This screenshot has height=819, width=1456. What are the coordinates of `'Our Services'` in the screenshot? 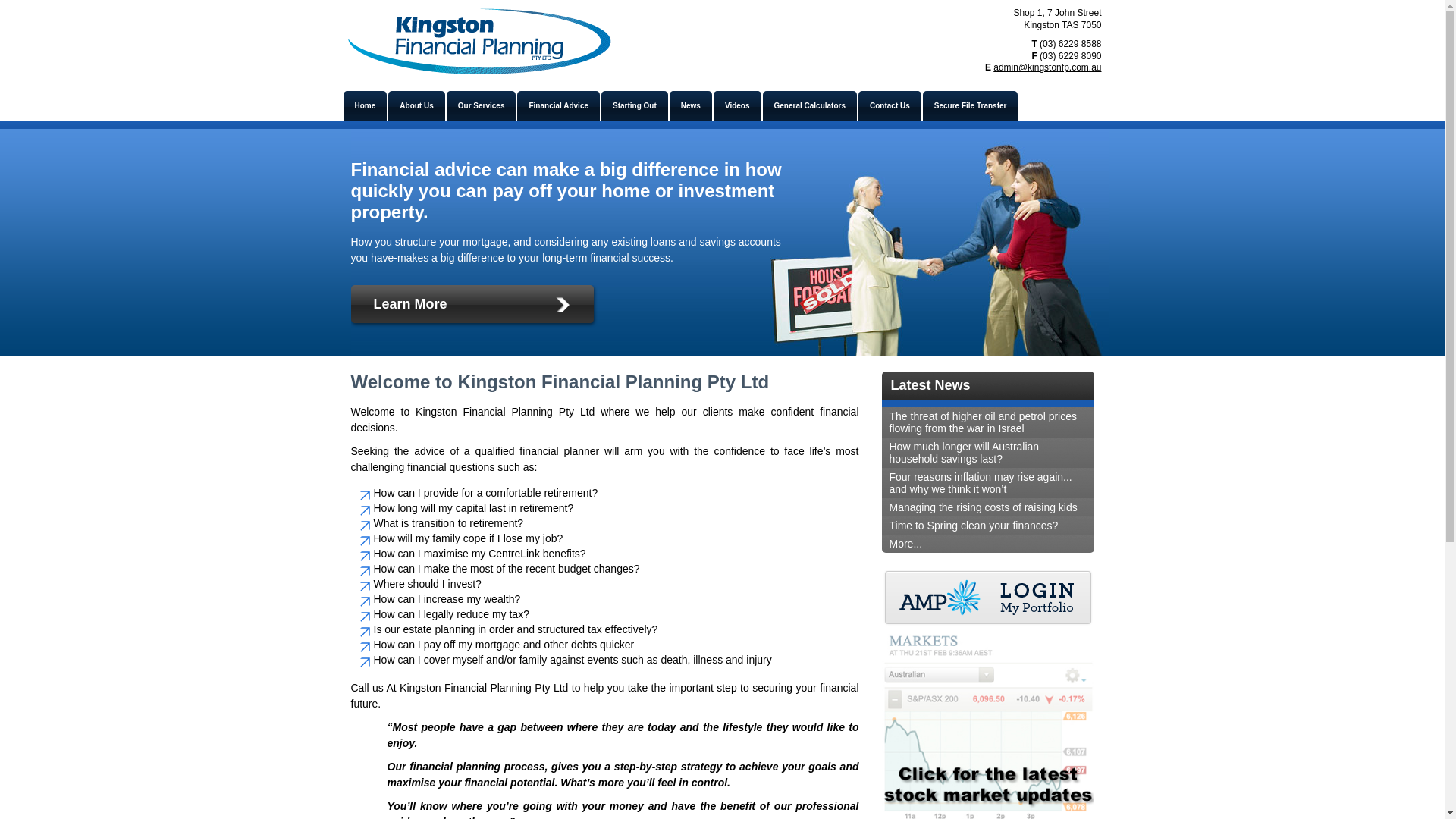 It's located at (446, 105).